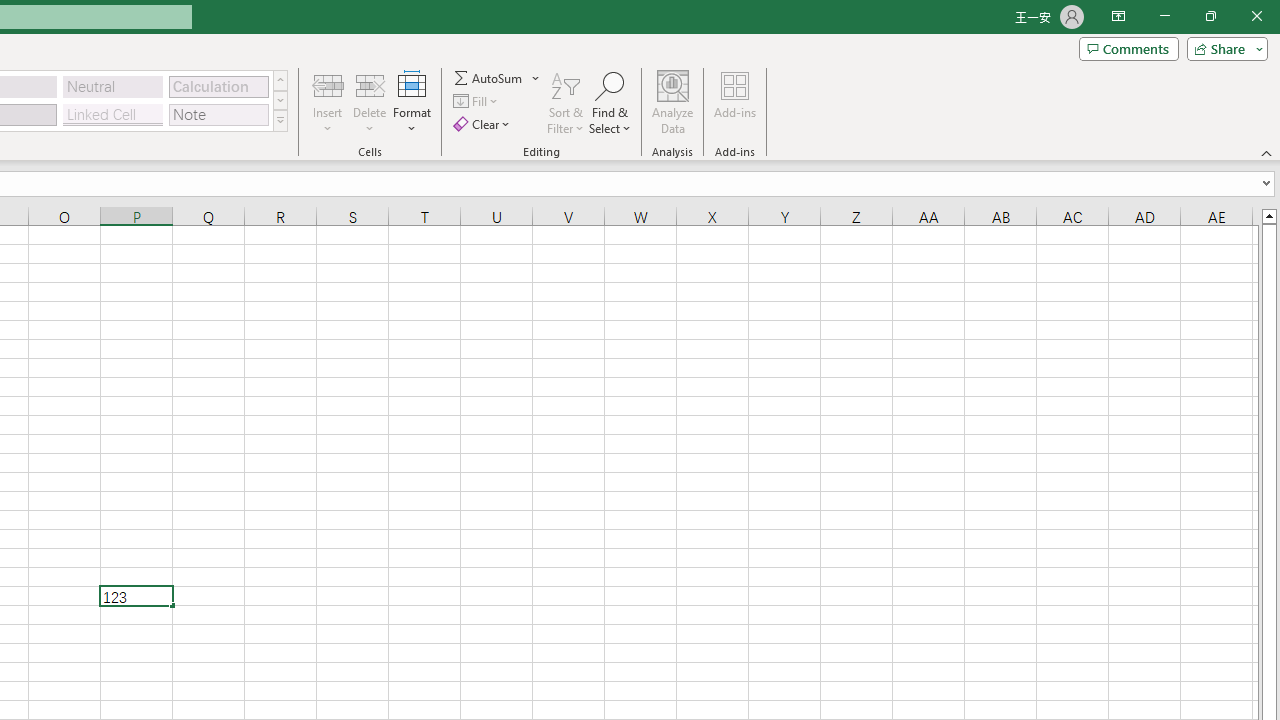  What do you see at coordinates (1222, 47) in the screenshot?
I see `'Share'` at bounding box center [1222, 47].